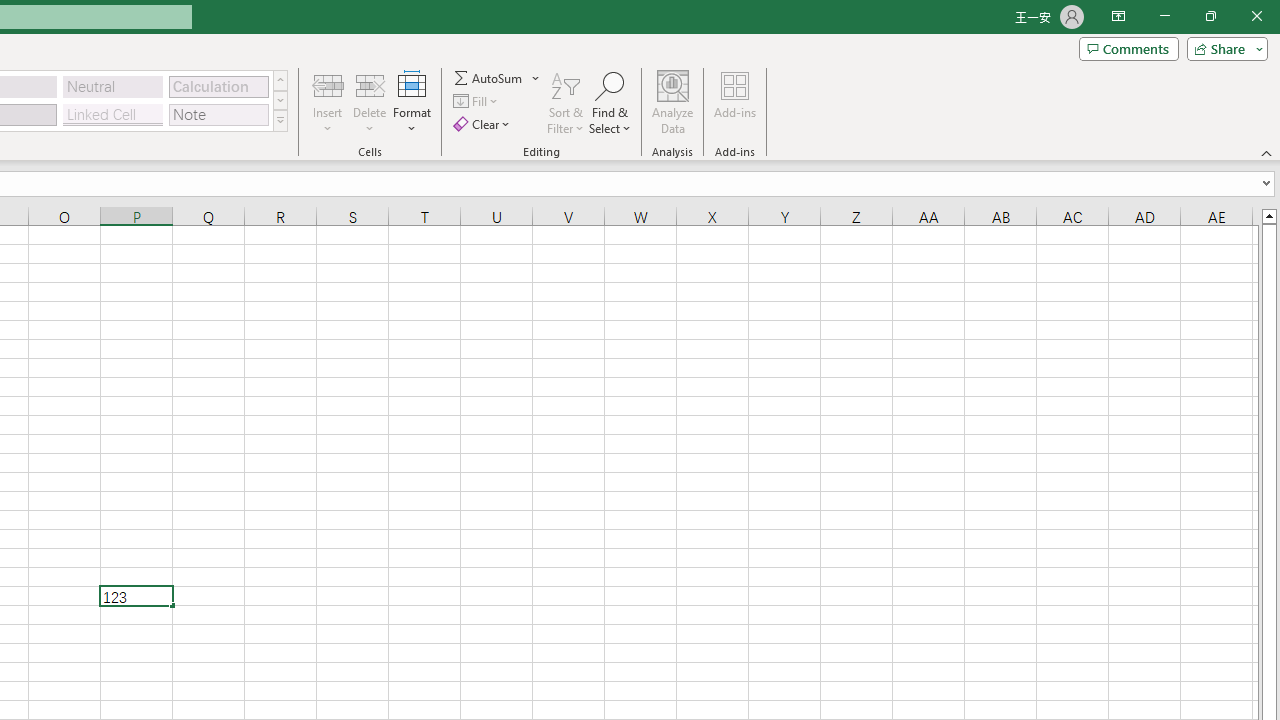  What do you see at coordinates (1222, 47) in the screenshot?
I see `'Share'` at bounding box center [1222, 47].